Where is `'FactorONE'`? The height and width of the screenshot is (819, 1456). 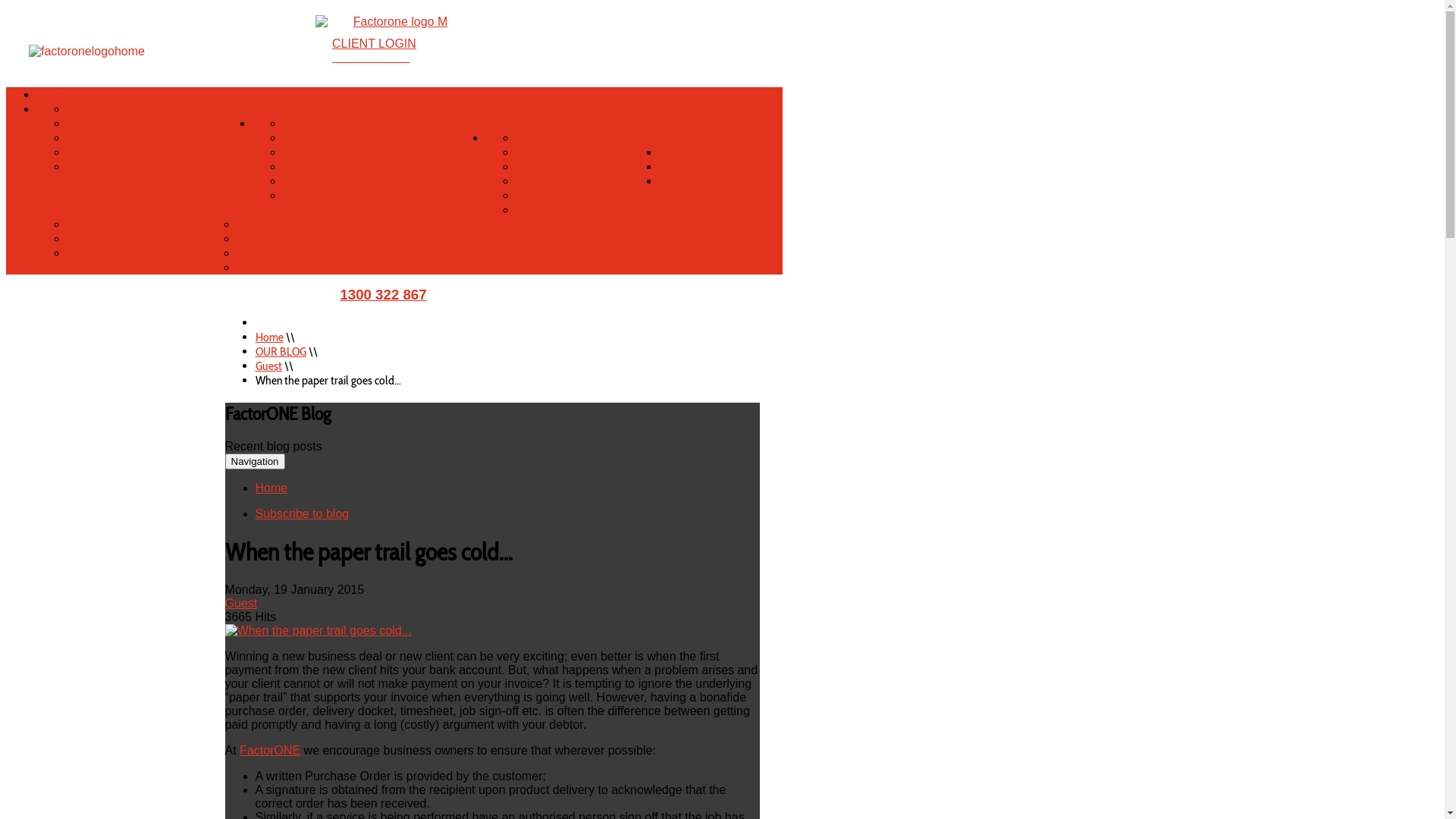 'FactorONE' is located at coordinates (269, 749).